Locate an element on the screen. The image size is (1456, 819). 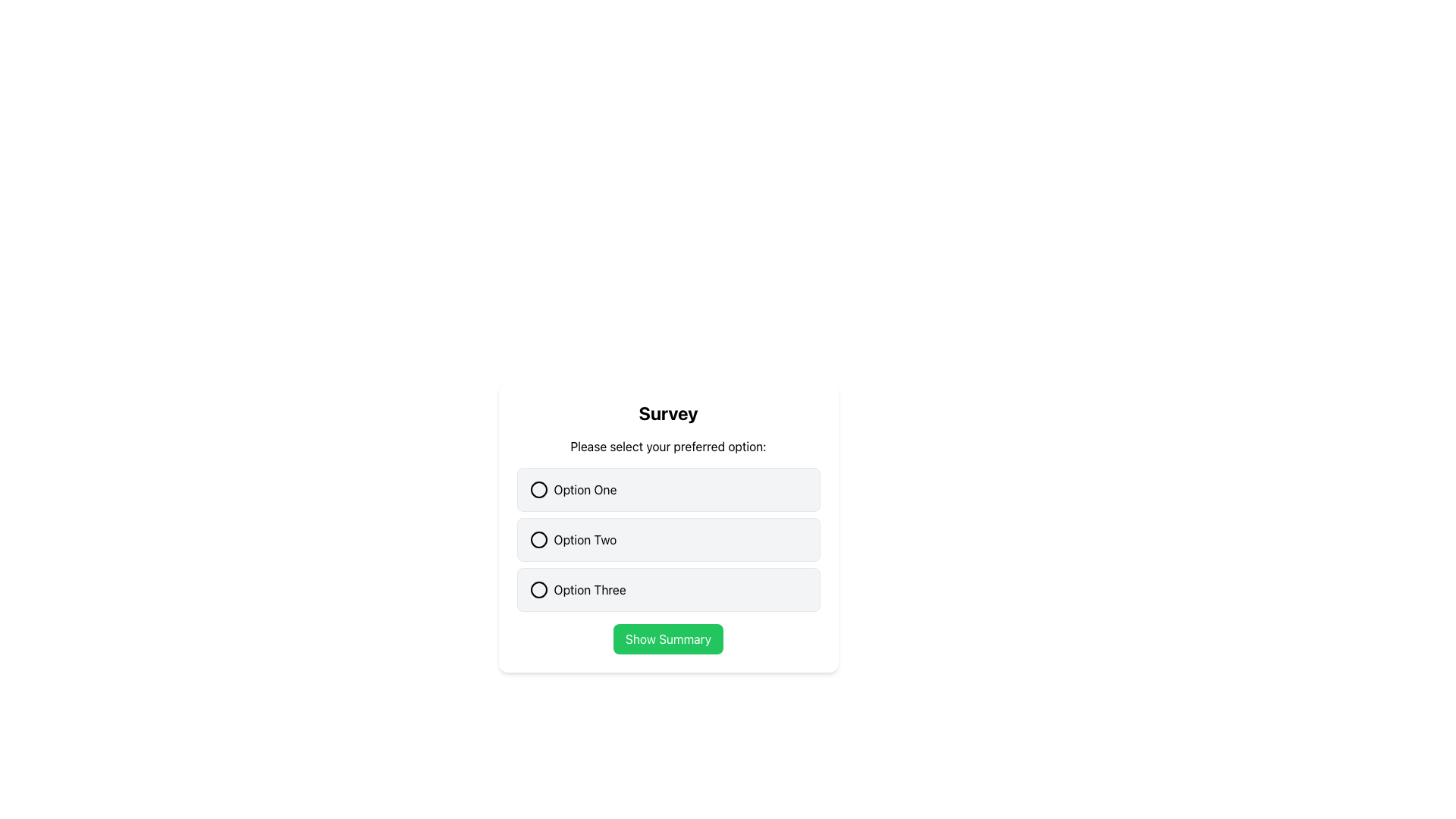
the selectable button labeled 'Option Two' is located at coordinates (667, 539).